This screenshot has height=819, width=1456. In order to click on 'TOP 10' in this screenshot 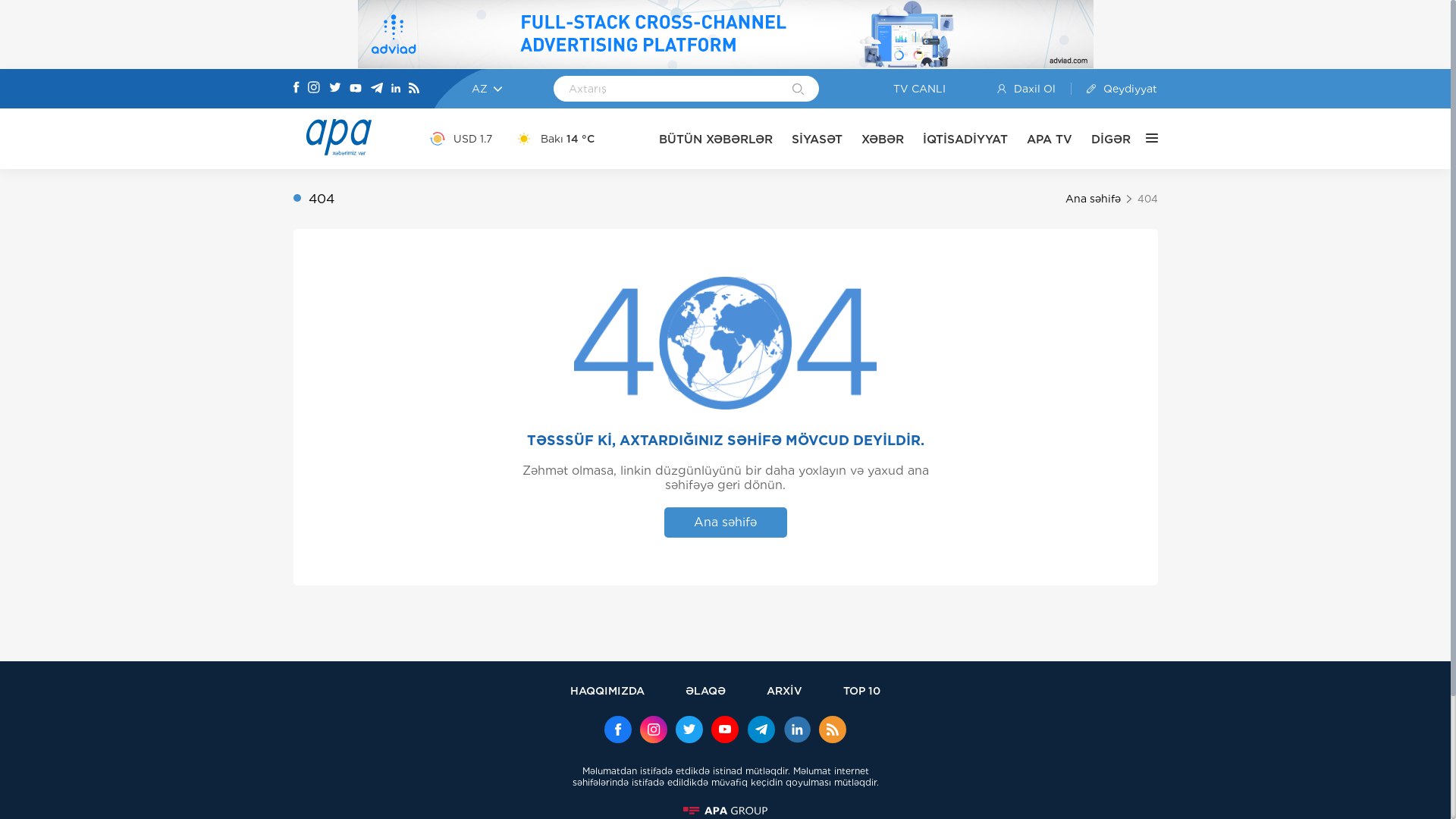, I will do `click(861, 690)`.